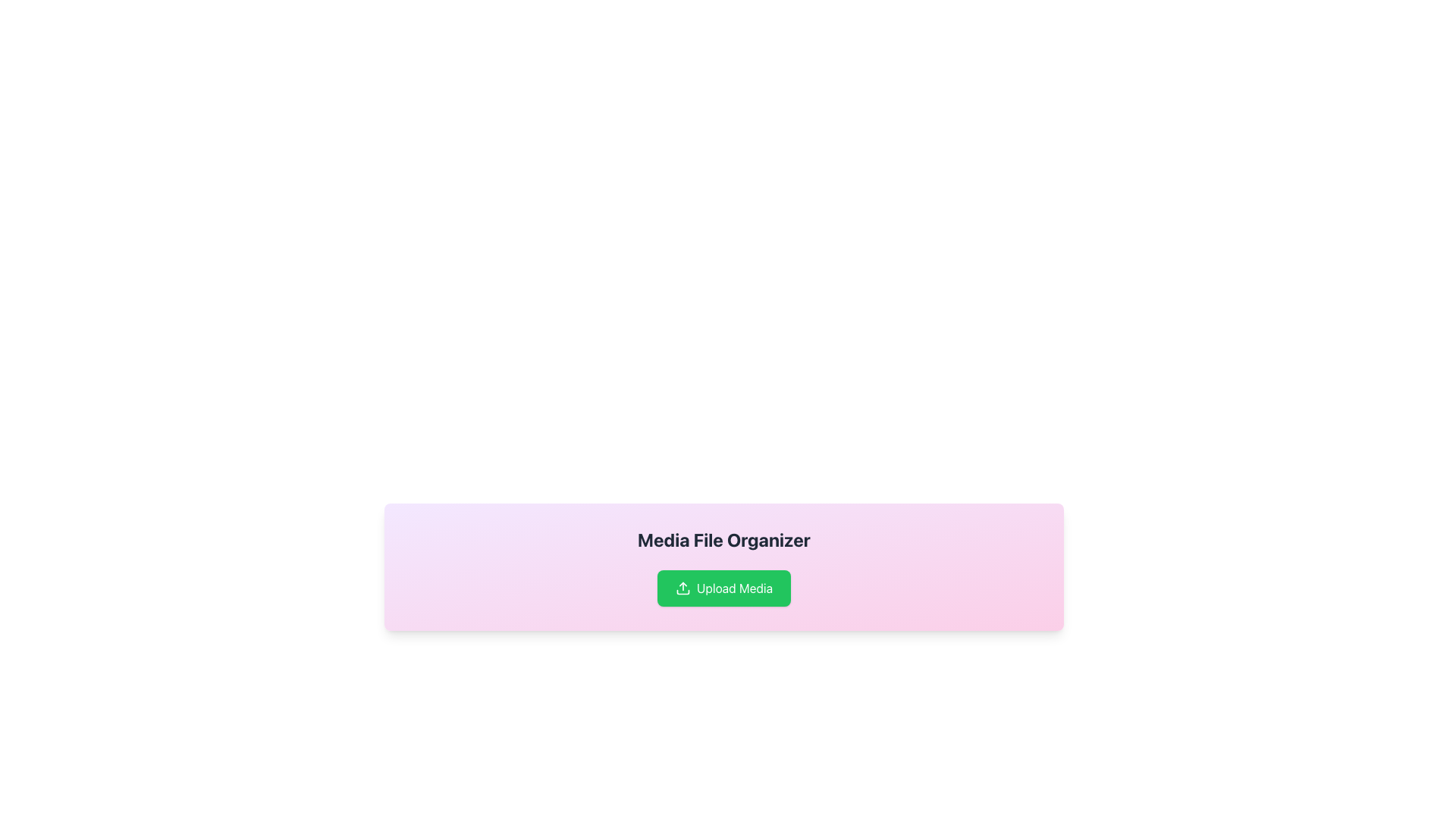 The image size is (1456, 819). I want to click on text label 'Upload Media' which is styled in white bold font inside a green rounded button located below the title 'Media File Organizer', so click(735, 587).